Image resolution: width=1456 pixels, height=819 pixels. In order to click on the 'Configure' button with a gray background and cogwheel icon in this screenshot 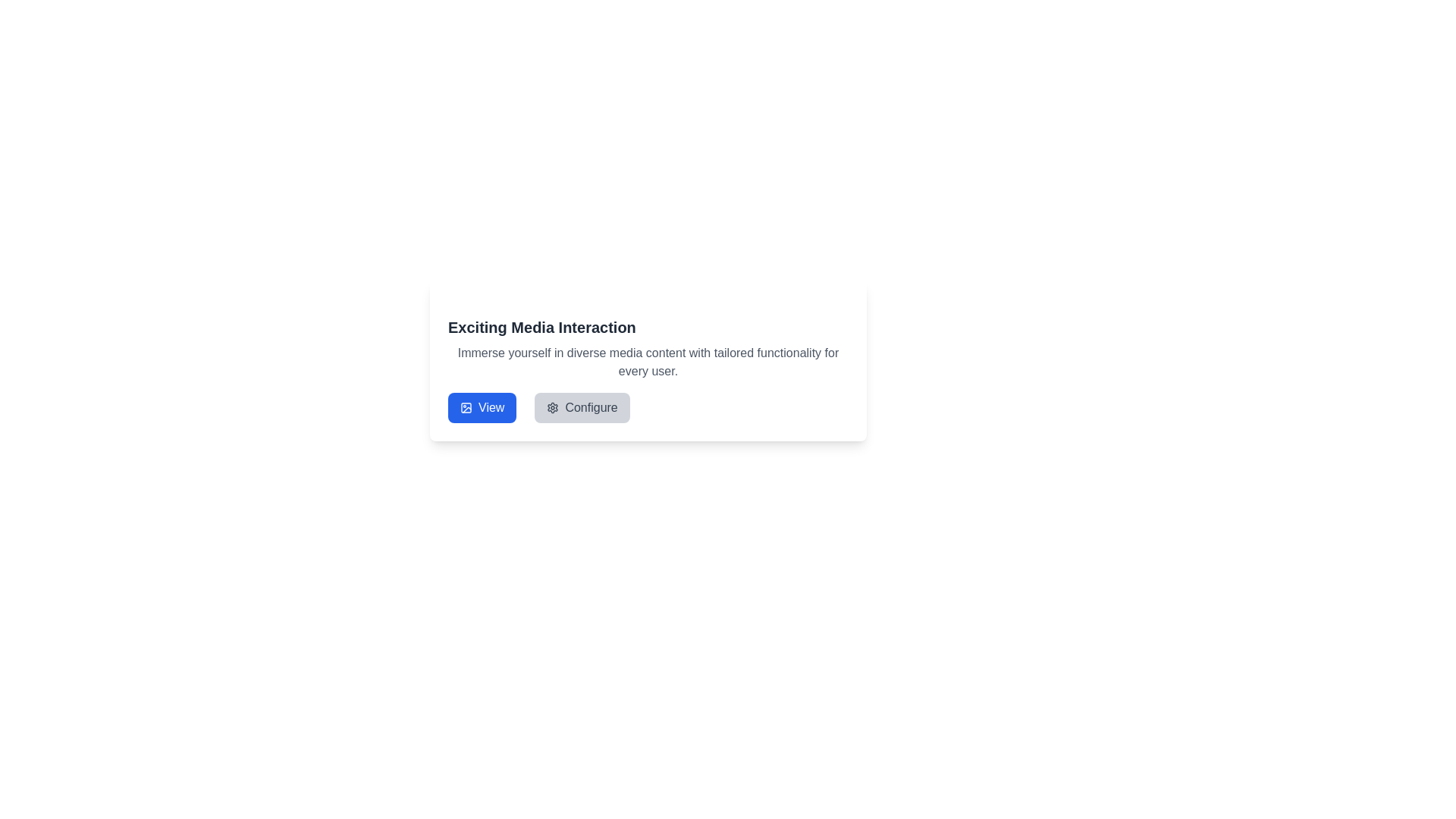, I will do `click(582, 406)`.